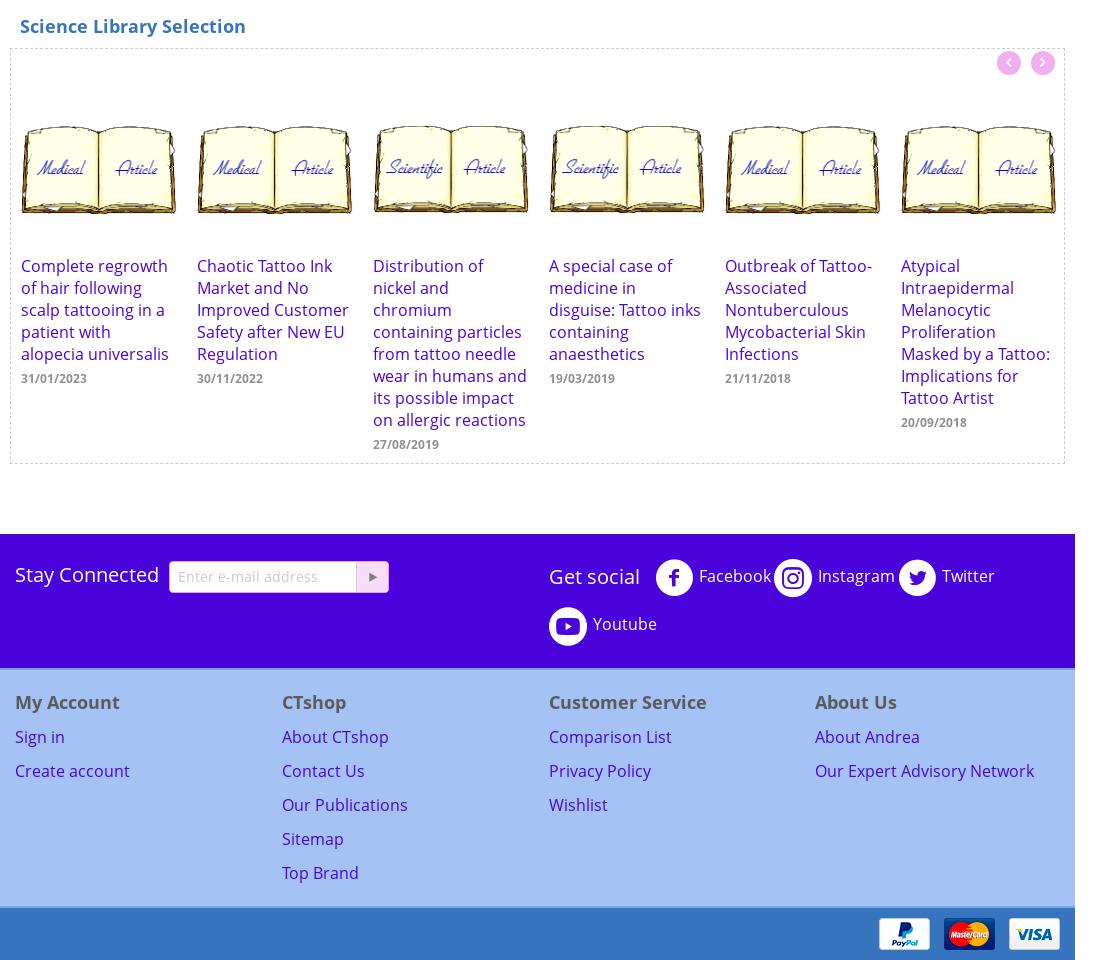  I want to click on 'About Us', so click(854, 700).